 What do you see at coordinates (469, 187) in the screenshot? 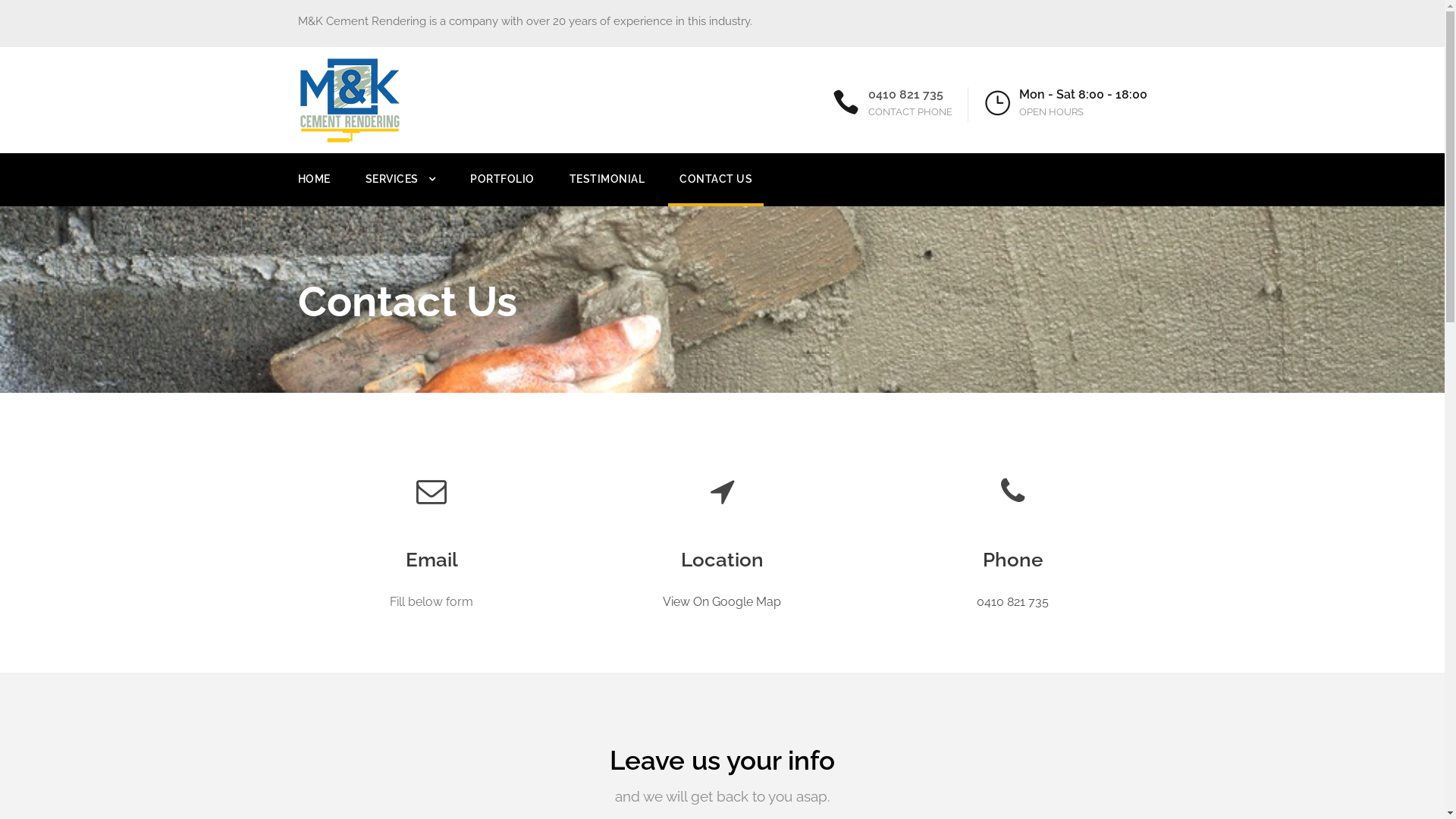
I see `'PORTFOLIO'` at bounding box center [469, 187].